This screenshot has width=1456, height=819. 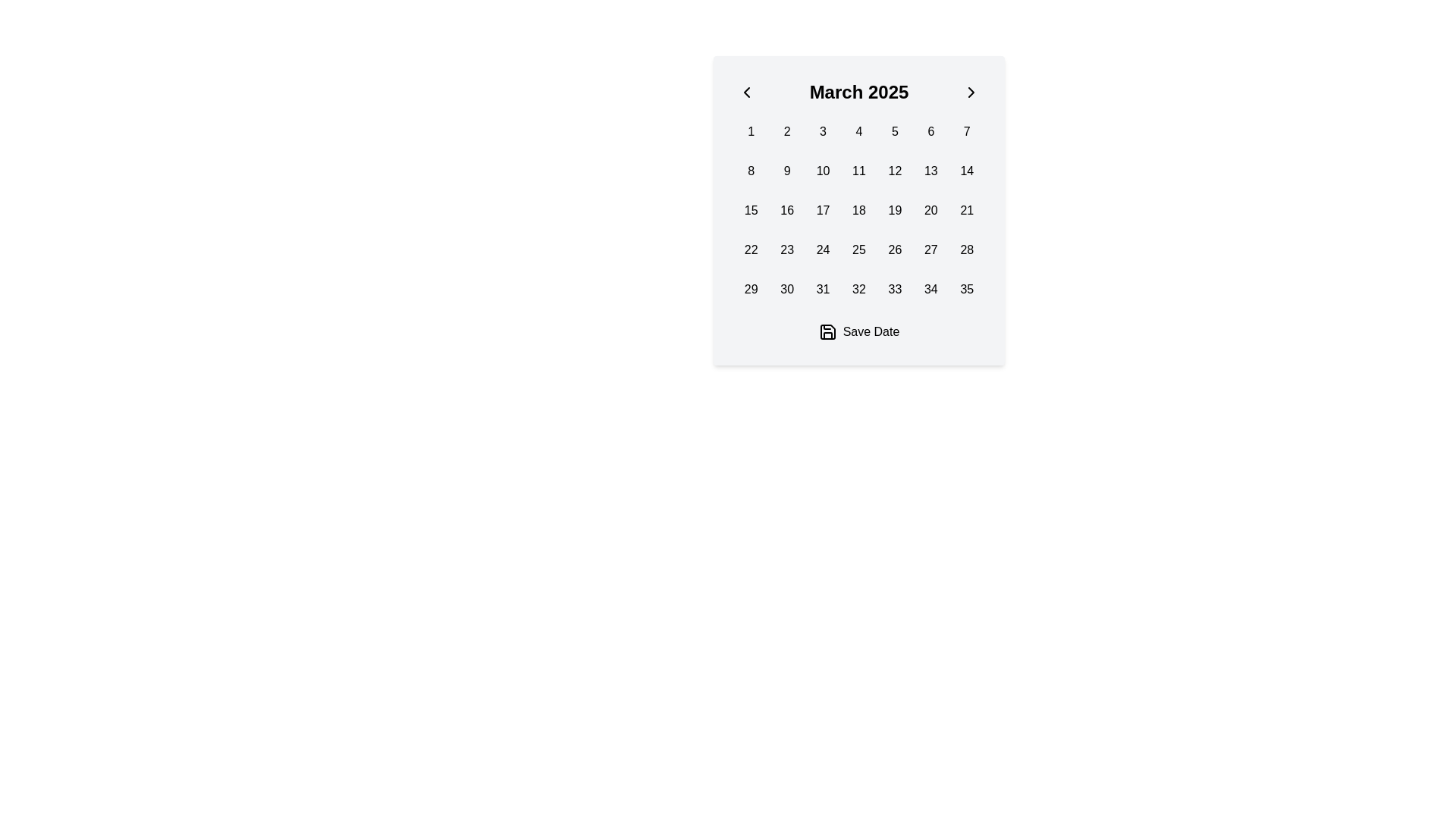 What do you see at coordinates (822, 210) in the screenshot?
I see `the small rectangular button displaying the text '17', which is located in the third row and third column of the calendar grid layout` at bounding box center [822, 210].